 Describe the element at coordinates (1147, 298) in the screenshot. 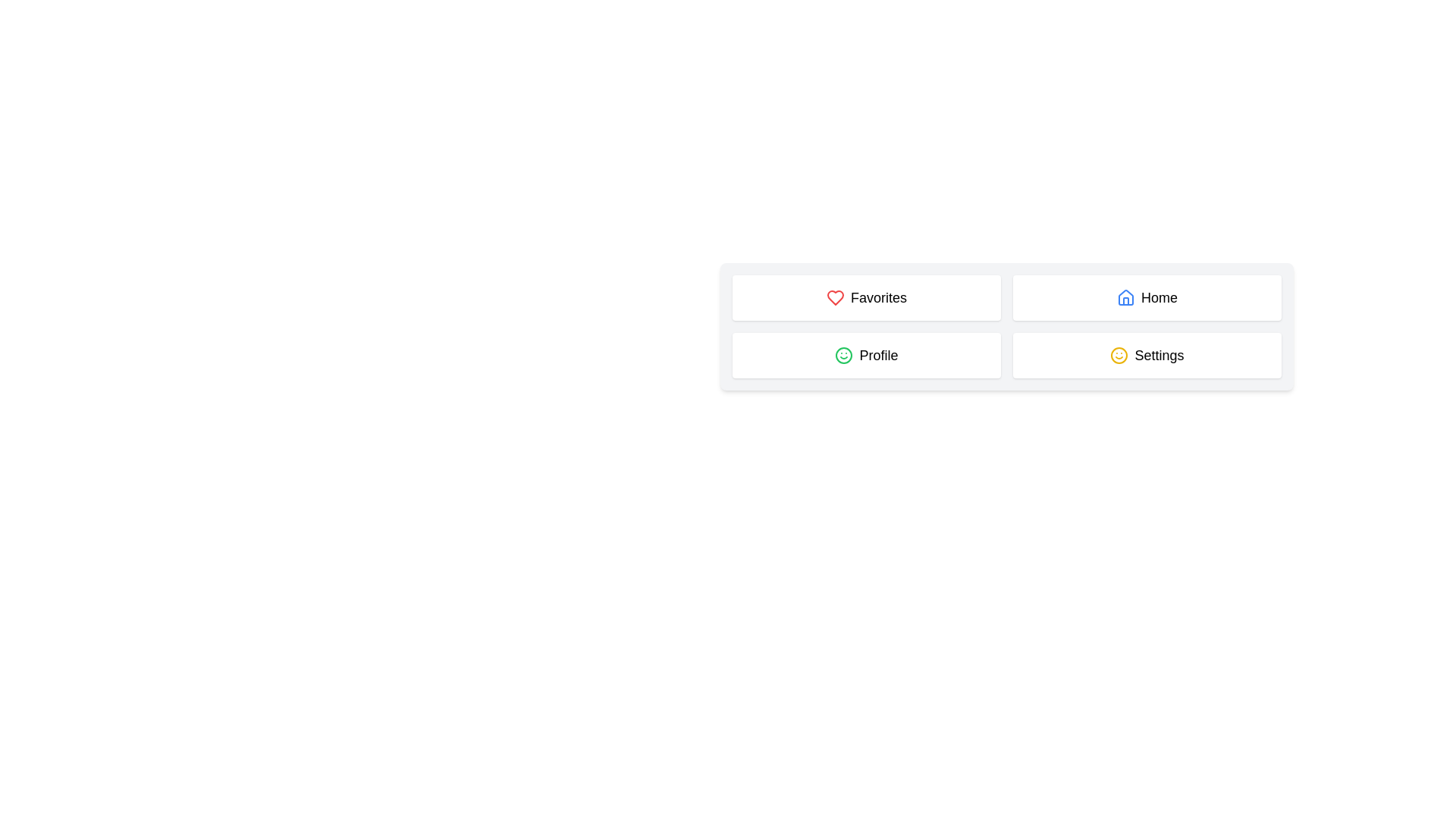

I see `the button labeled for navigating to the home page located in the top-right corner of the grid layout` at that location.